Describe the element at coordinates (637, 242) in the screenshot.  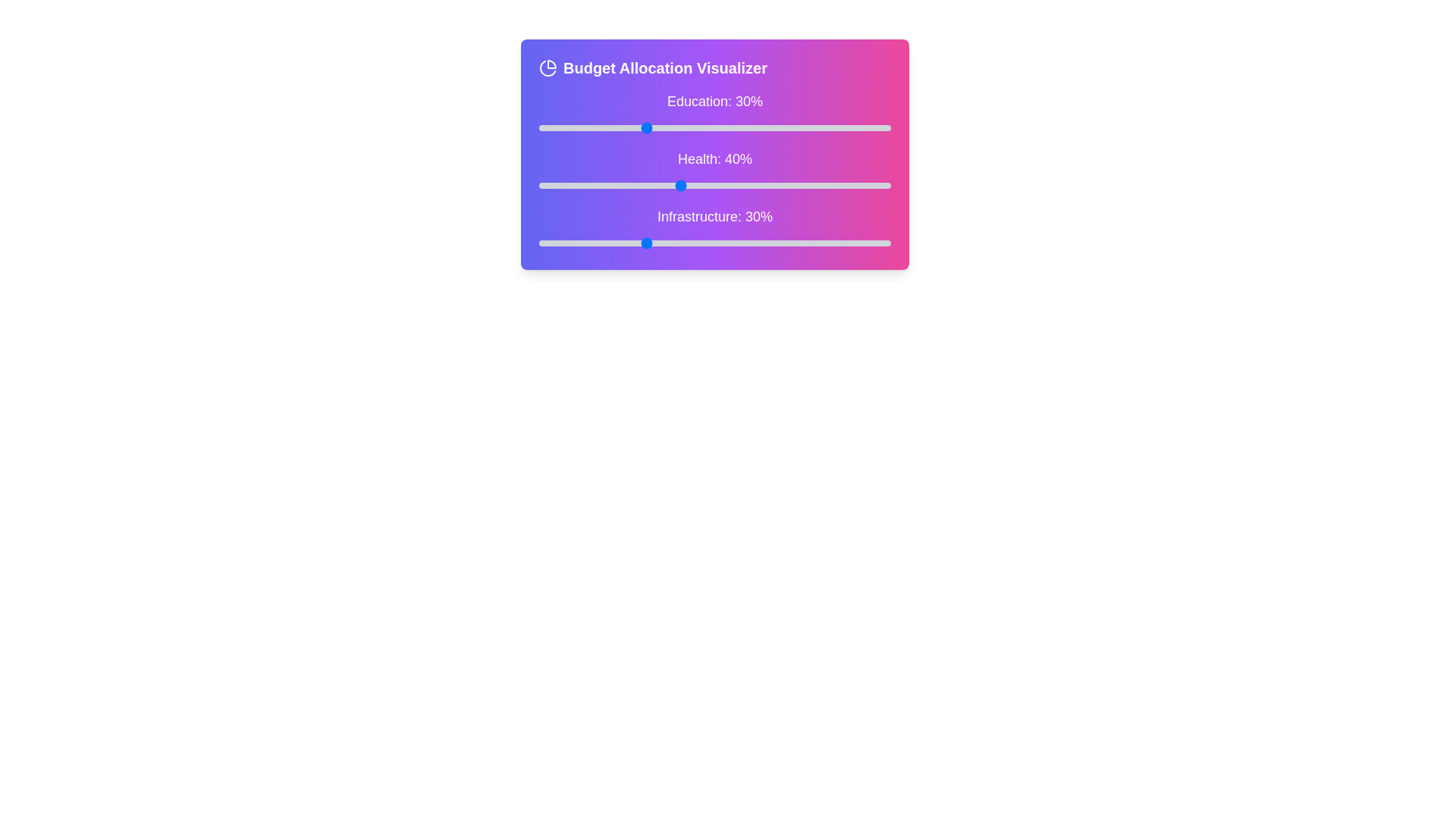
I see `the slider` at that location.